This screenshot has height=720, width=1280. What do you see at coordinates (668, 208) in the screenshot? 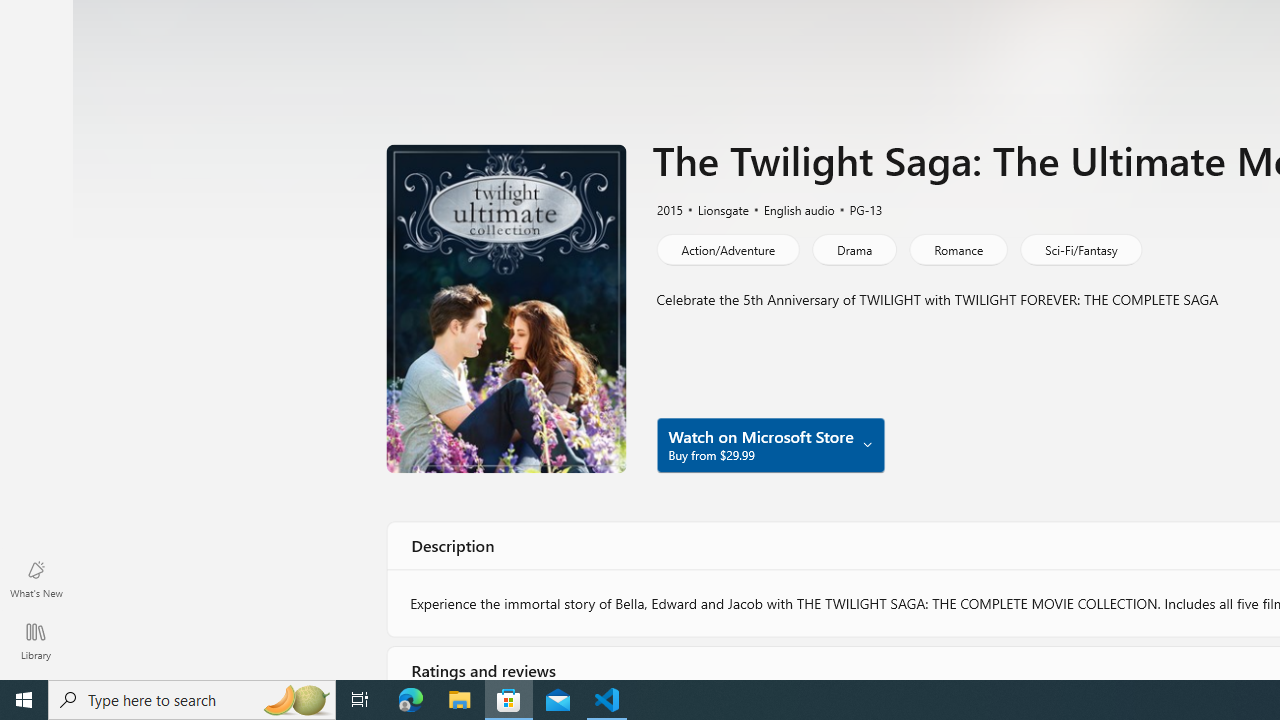
I see `'2015'` at bounding box center [668, 208].